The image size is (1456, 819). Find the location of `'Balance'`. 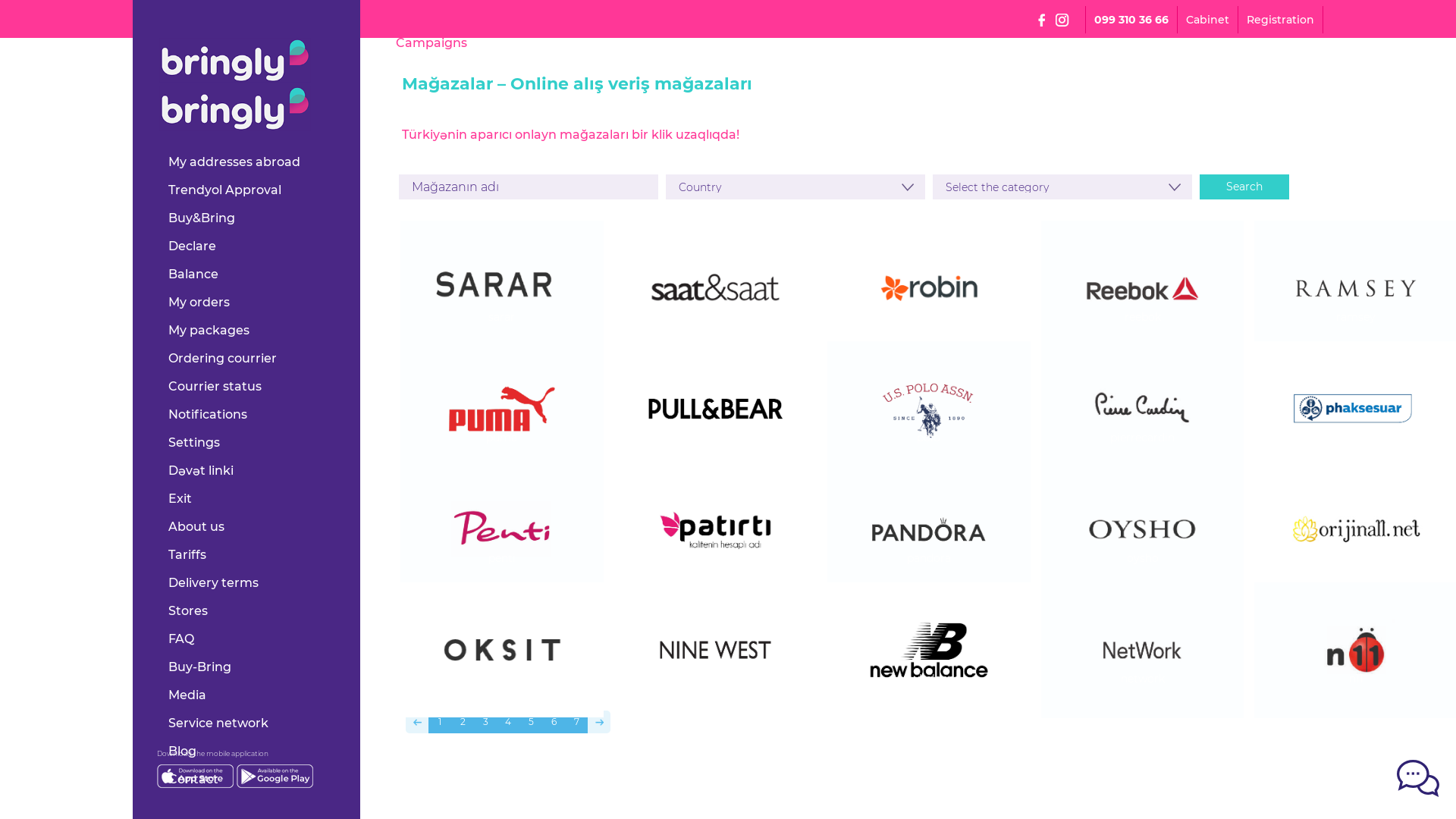

'Balance' is located at coordinates (192, 274).